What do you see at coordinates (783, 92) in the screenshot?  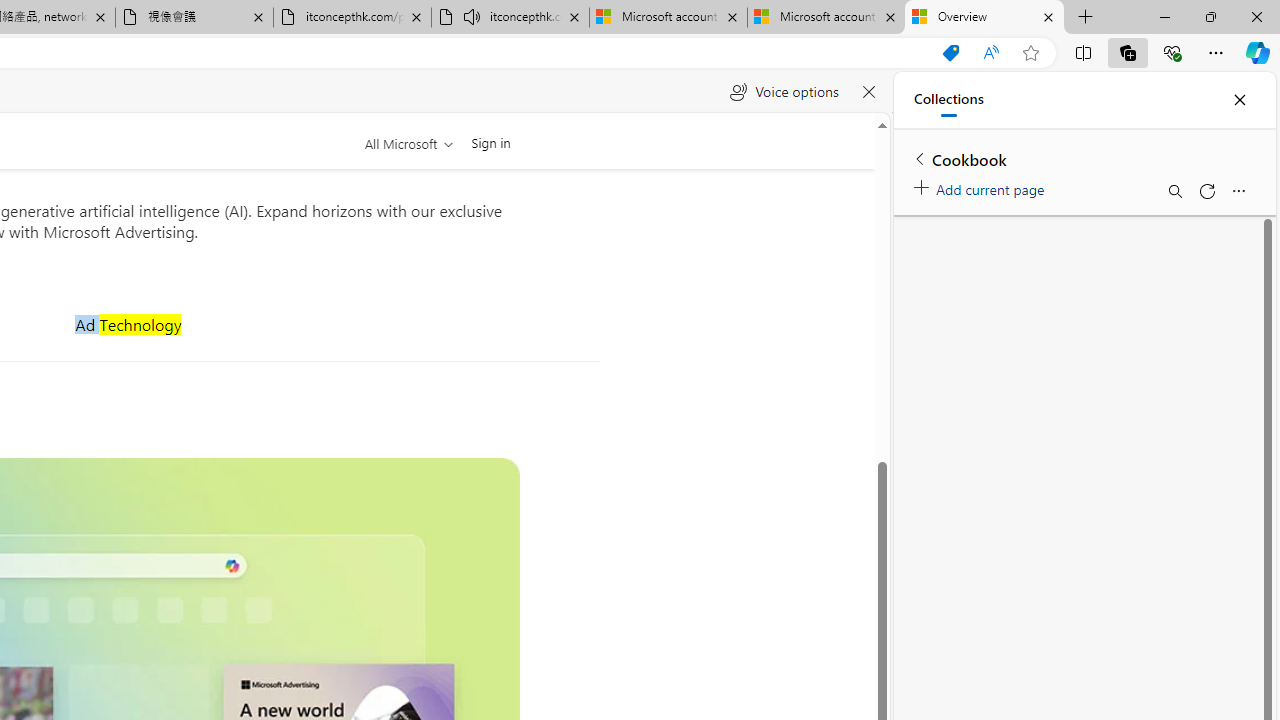 I see `'Voice options'` at bounding box center [783, 92].